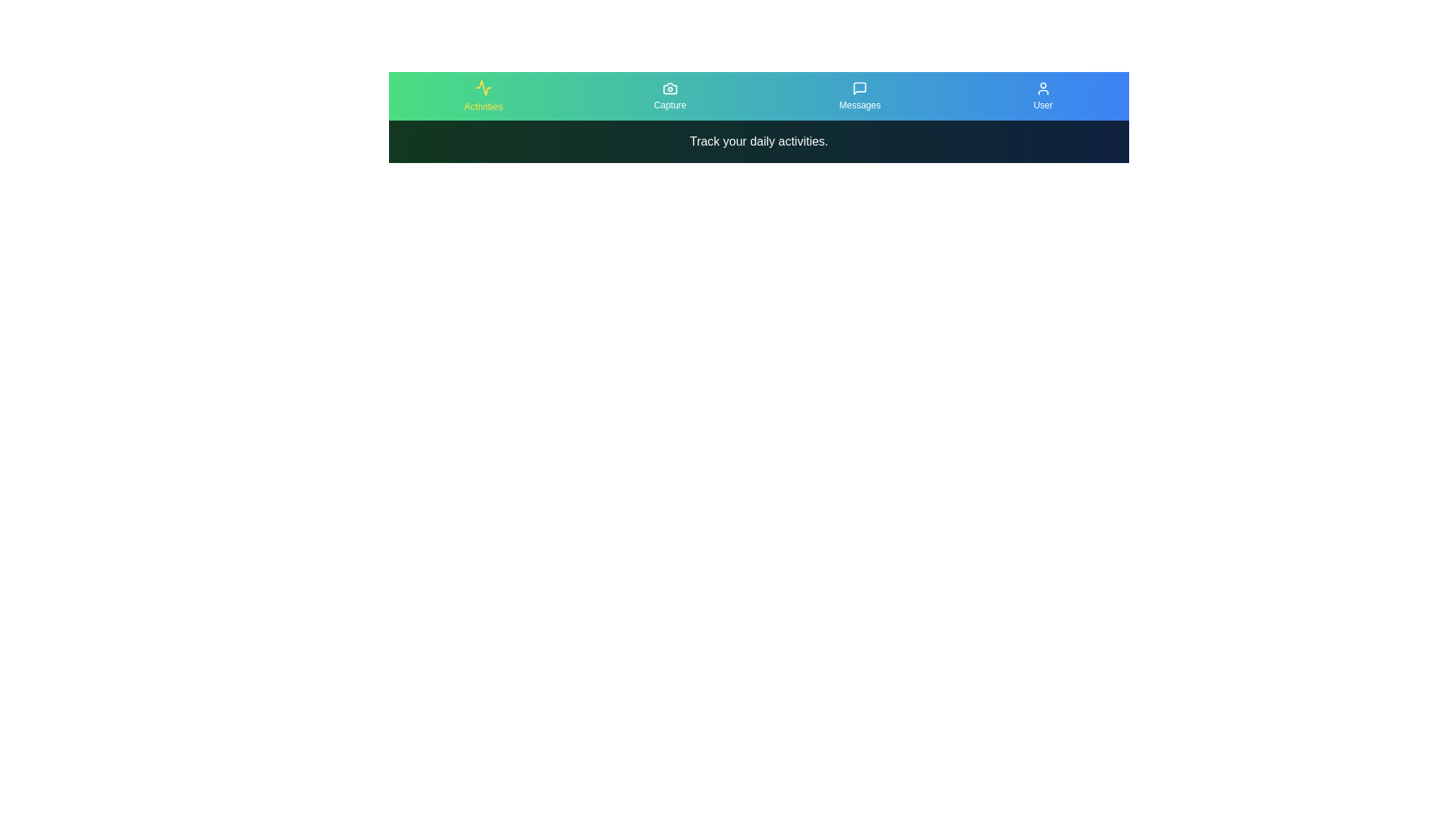  Describe the element at coordinates (482, 96) in the screenshot. I see `the Activities tab to view its content` at that location.